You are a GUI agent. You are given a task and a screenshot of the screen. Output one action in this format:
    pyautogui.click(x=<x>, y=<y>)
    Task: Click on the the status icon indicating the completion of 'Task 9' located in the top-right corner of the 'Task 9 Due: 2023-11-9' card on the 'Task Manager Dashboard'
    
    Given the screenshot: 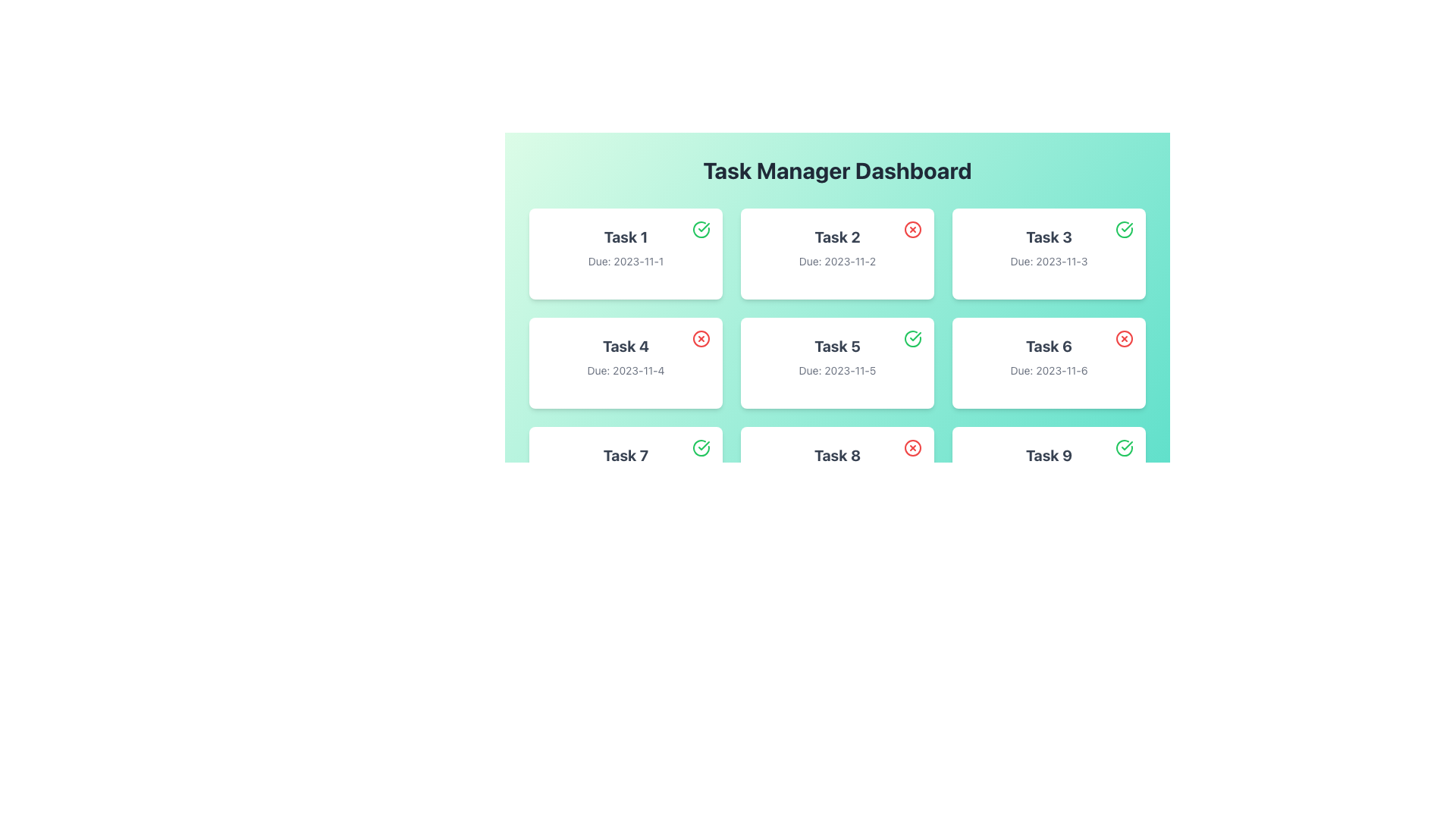 What is the action you would take?
    pyautogui.click(x=1125, y=447)
    